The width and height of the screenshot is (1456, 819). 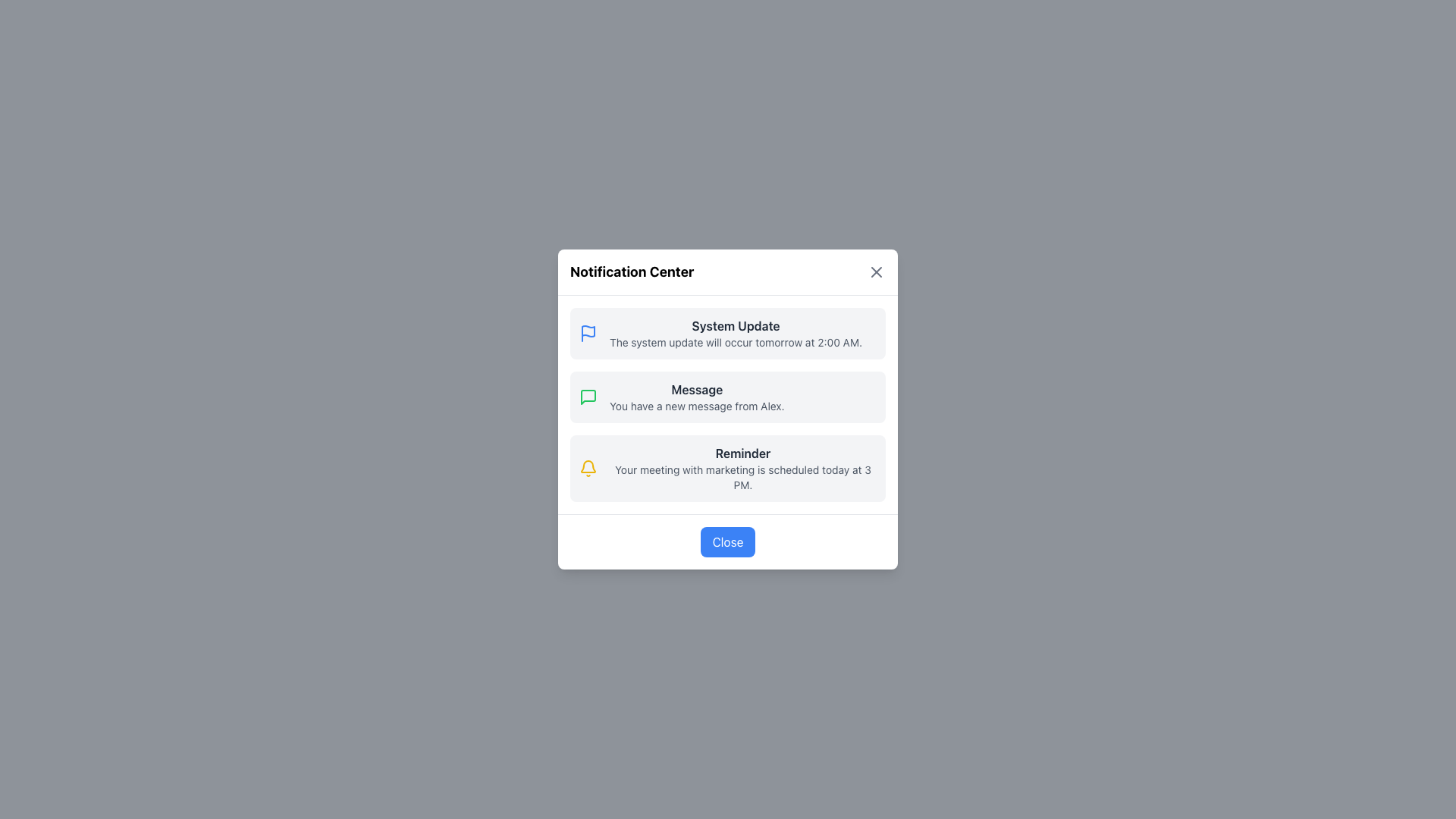 I want to click on text content of the Notification Card that informs about the upcoming system update, which includes the title 'System Update' and the description 'The system update will occur tomorrow at 2:00 AM.', so click(x=728, y=332).